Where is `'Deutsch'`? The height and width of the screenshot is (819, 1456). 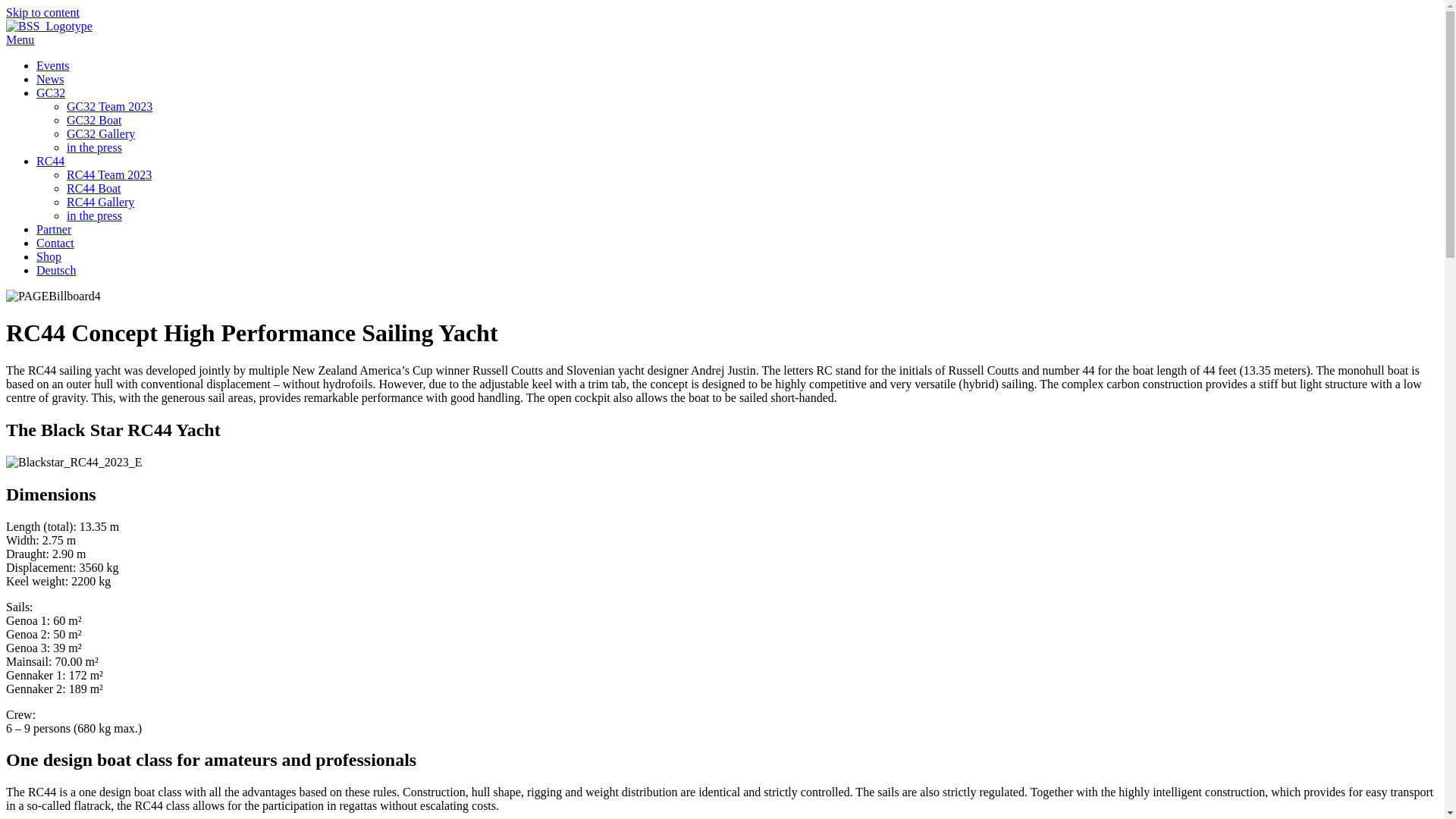 'Deutsch' is located at coordinates (55, 269).